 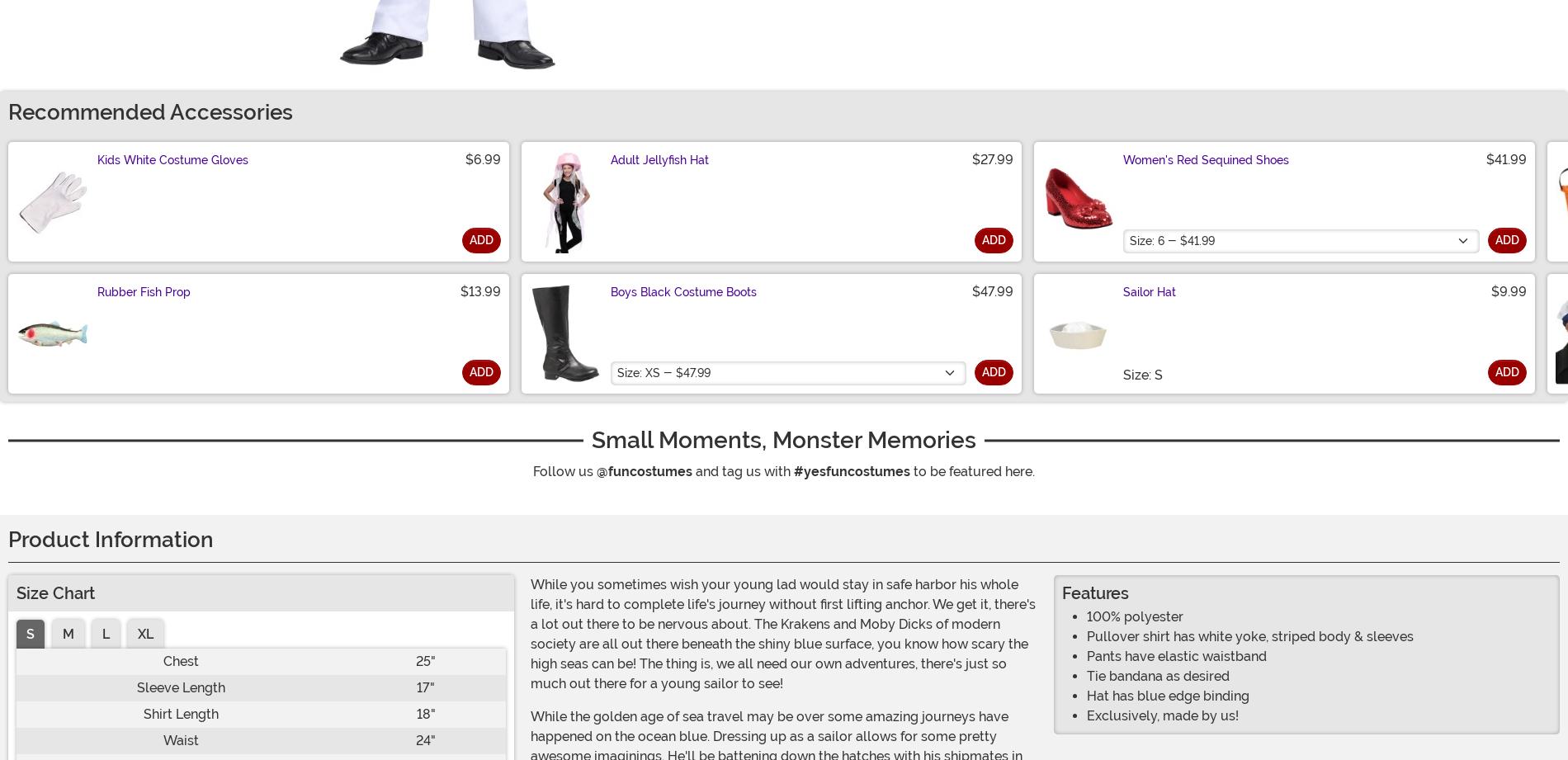 I want to click on 'Track Your Order', so click(x=410, y=720).